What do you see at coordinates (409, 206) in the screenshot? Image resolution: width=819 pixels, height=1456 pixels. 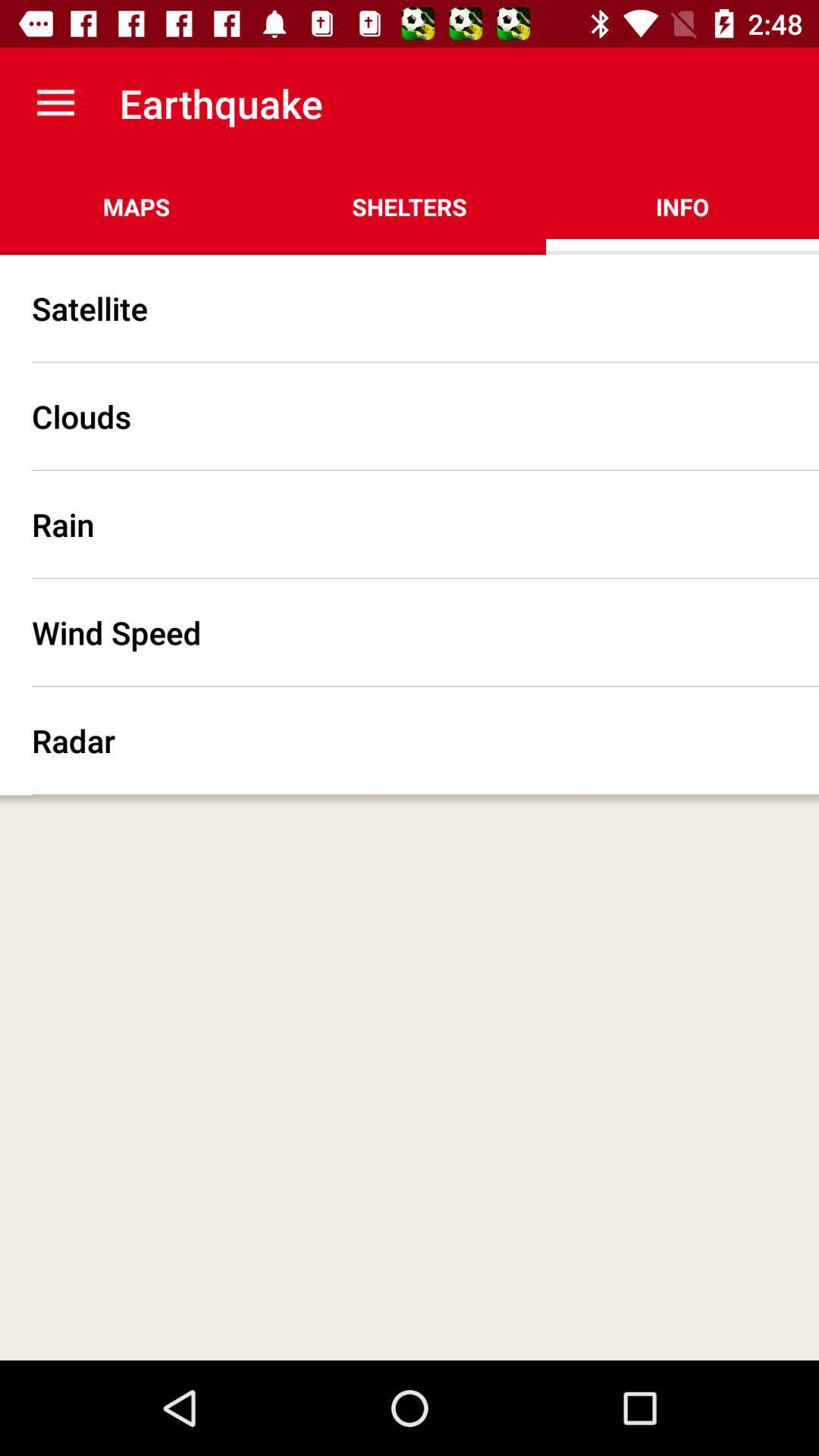 I see `the app next to the maps app` at bounding box center [409, 206].